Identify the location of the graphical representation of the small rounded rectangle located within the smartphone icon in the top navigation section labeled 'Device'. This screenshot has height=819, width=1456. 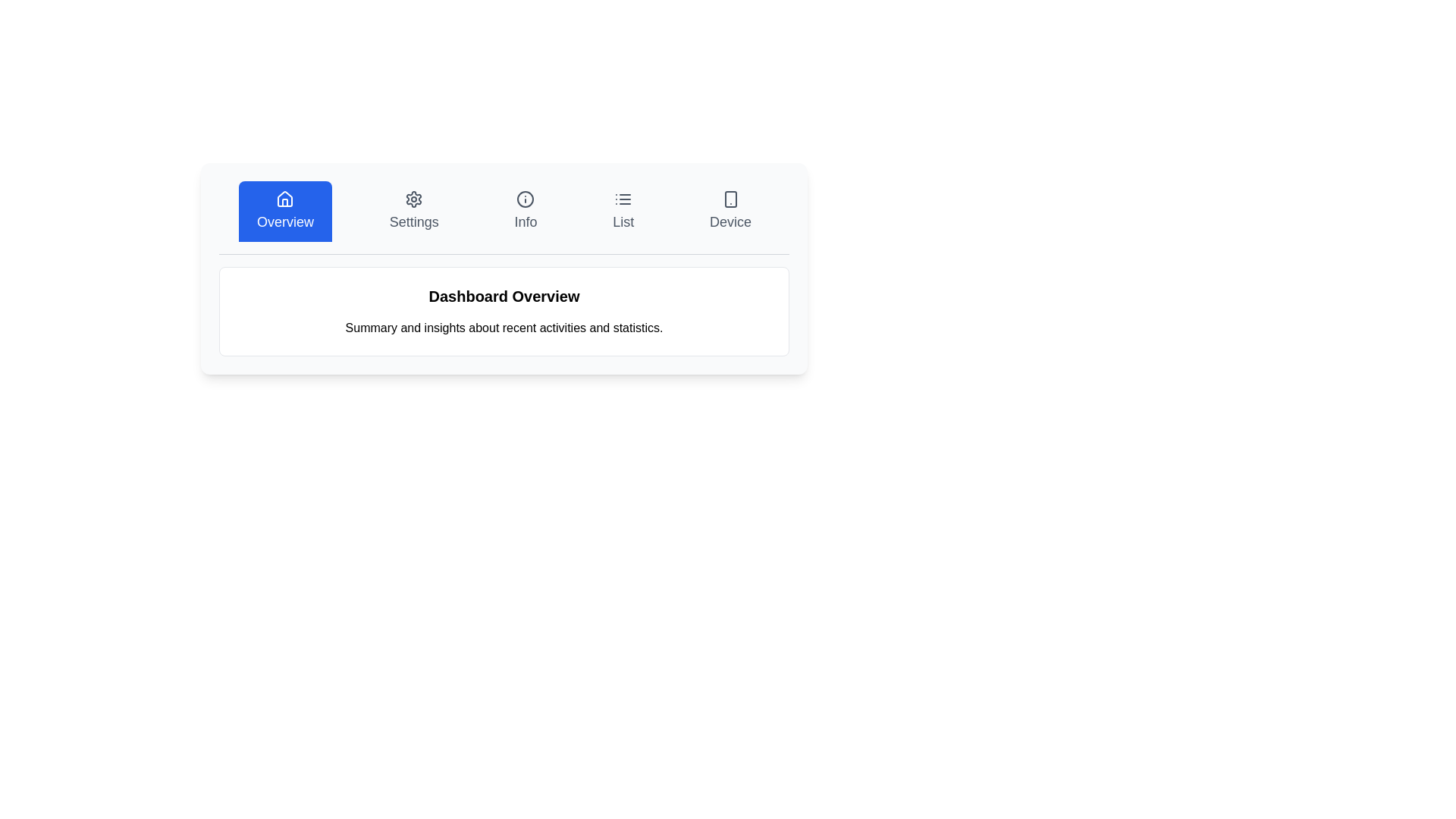
(730, 198).